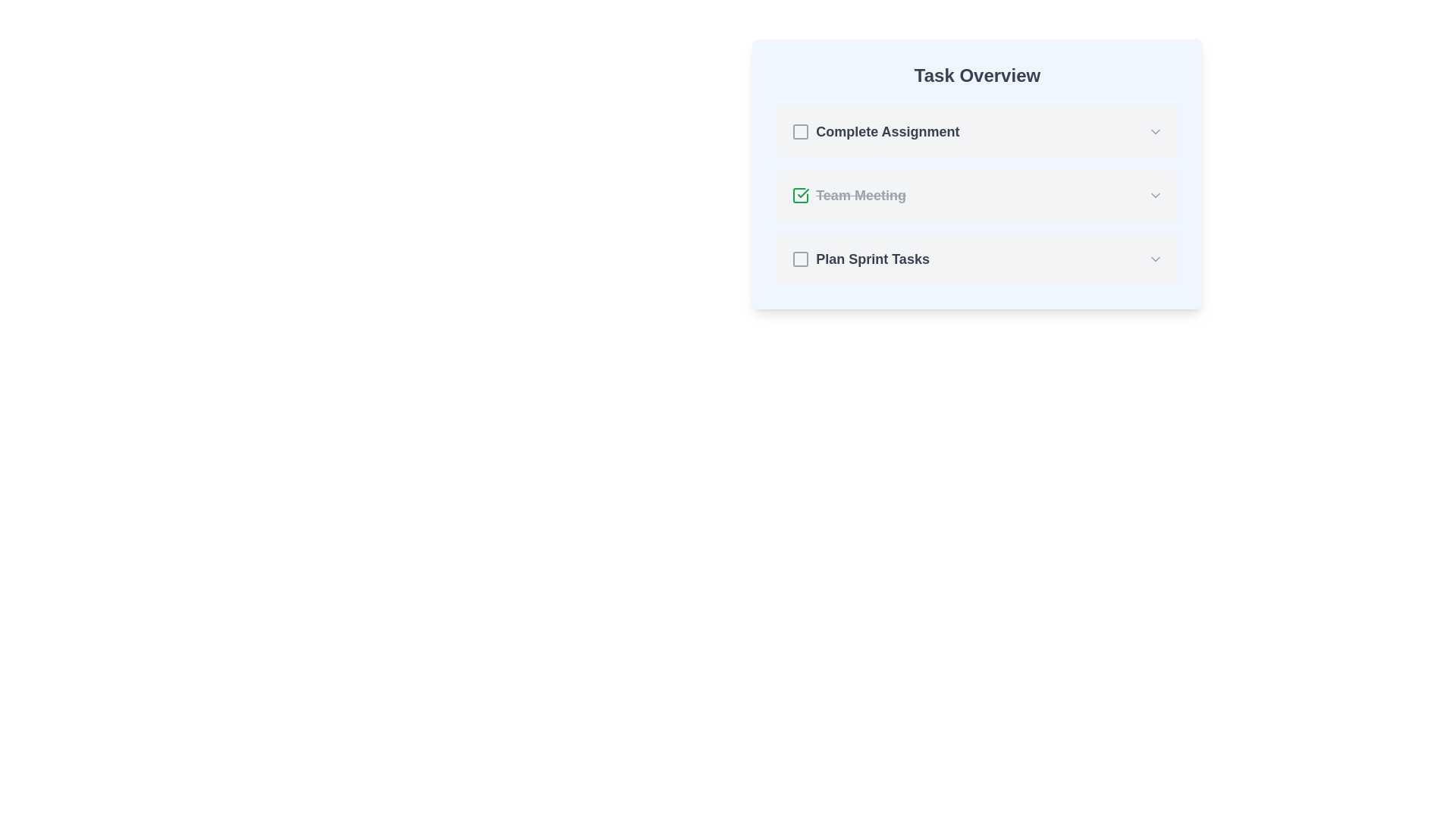 Image resolution: width=1456 pixels, height=819 pixels. Describe the element at coordinates (861, 259) in the screenshot. I see `the checkbox labeled 'Plan Sprint Tasks'` at that location.